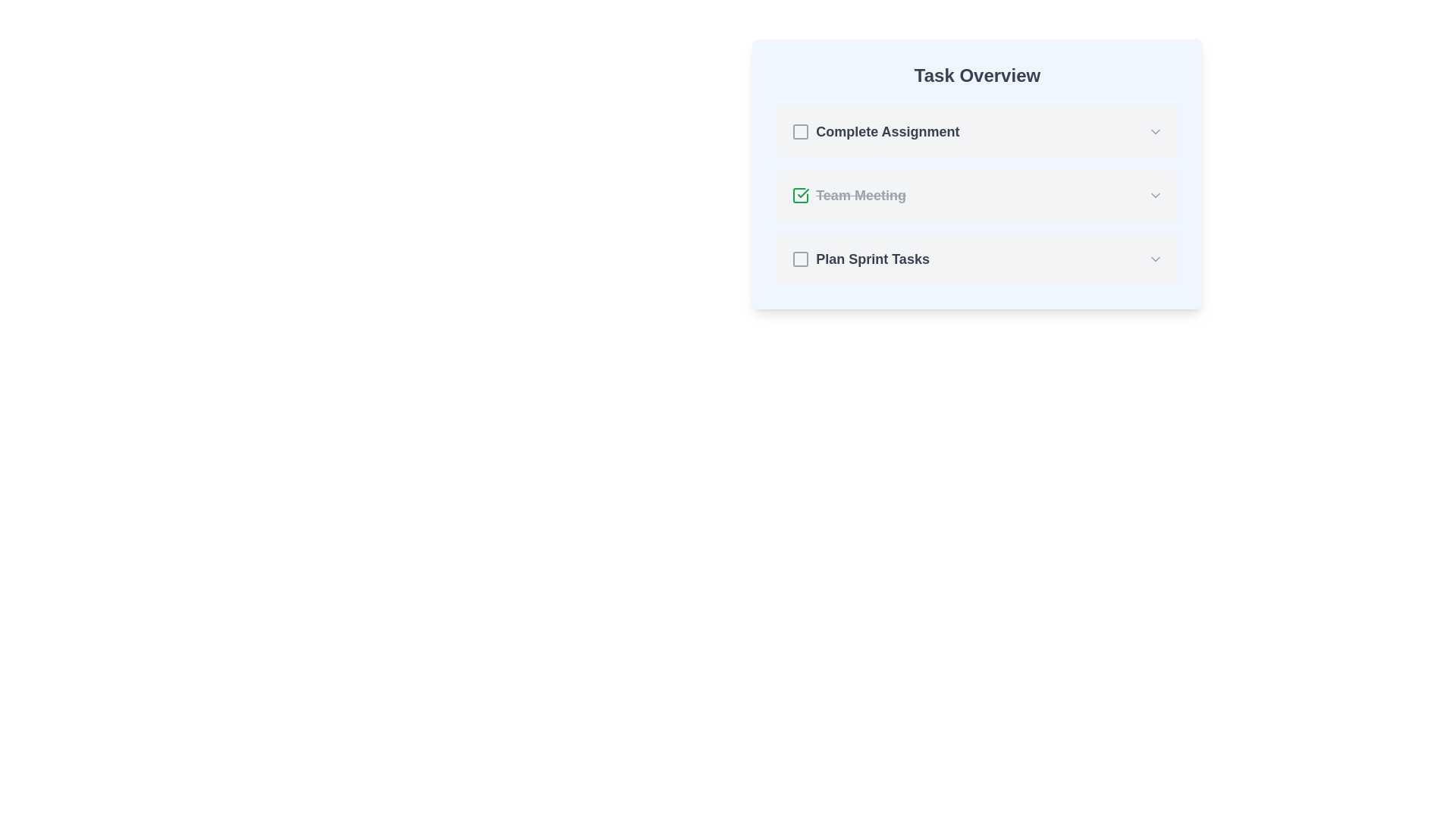 Image resolution: width=1456 pixels, height=819 pixels. Describe the element at coordinates (861, 259) in the screenshot. I see `the checkbox labeled 'Plan Sprint Tasks'` at that location.